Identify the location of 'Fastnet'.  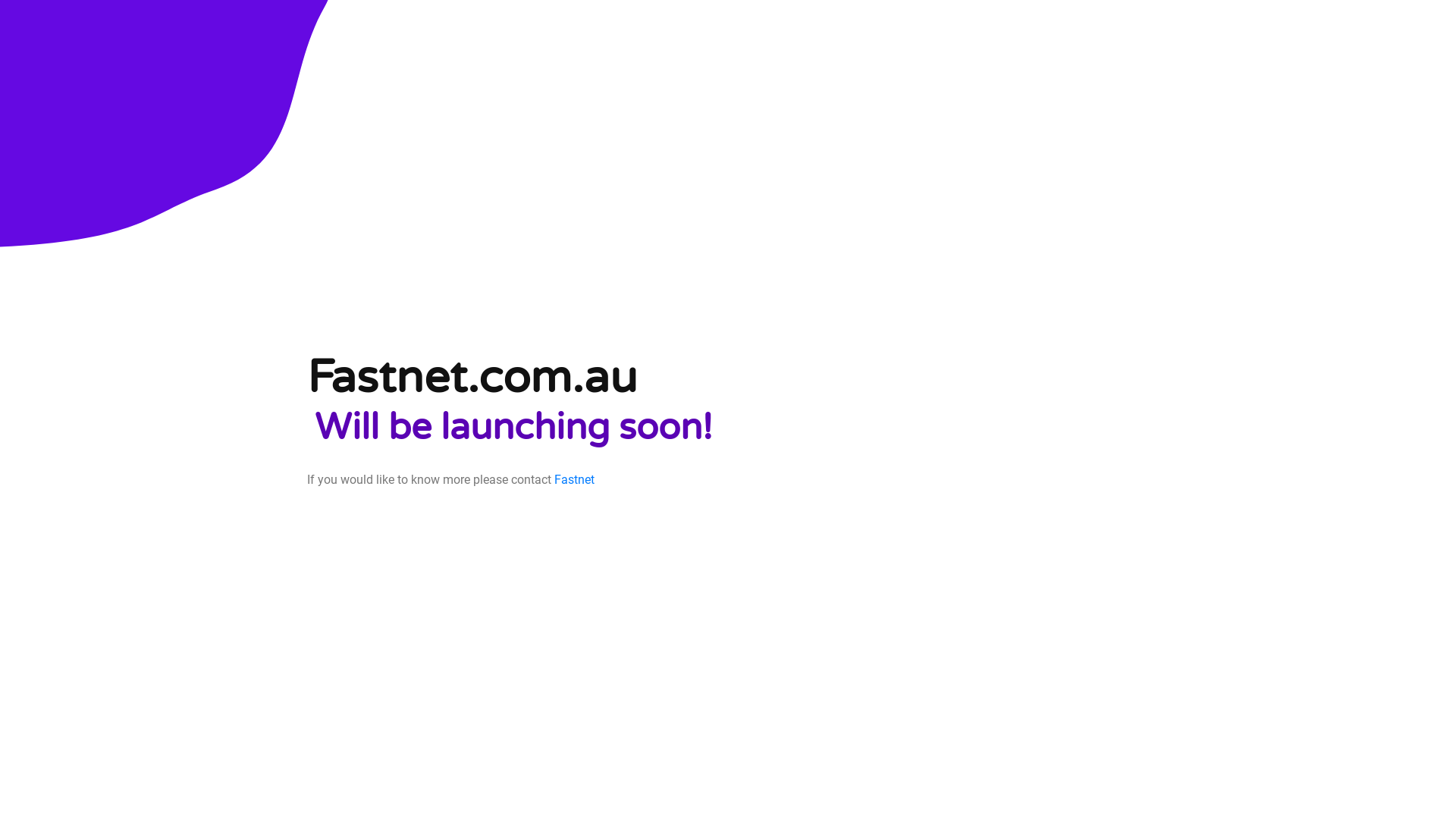
(573, 479).